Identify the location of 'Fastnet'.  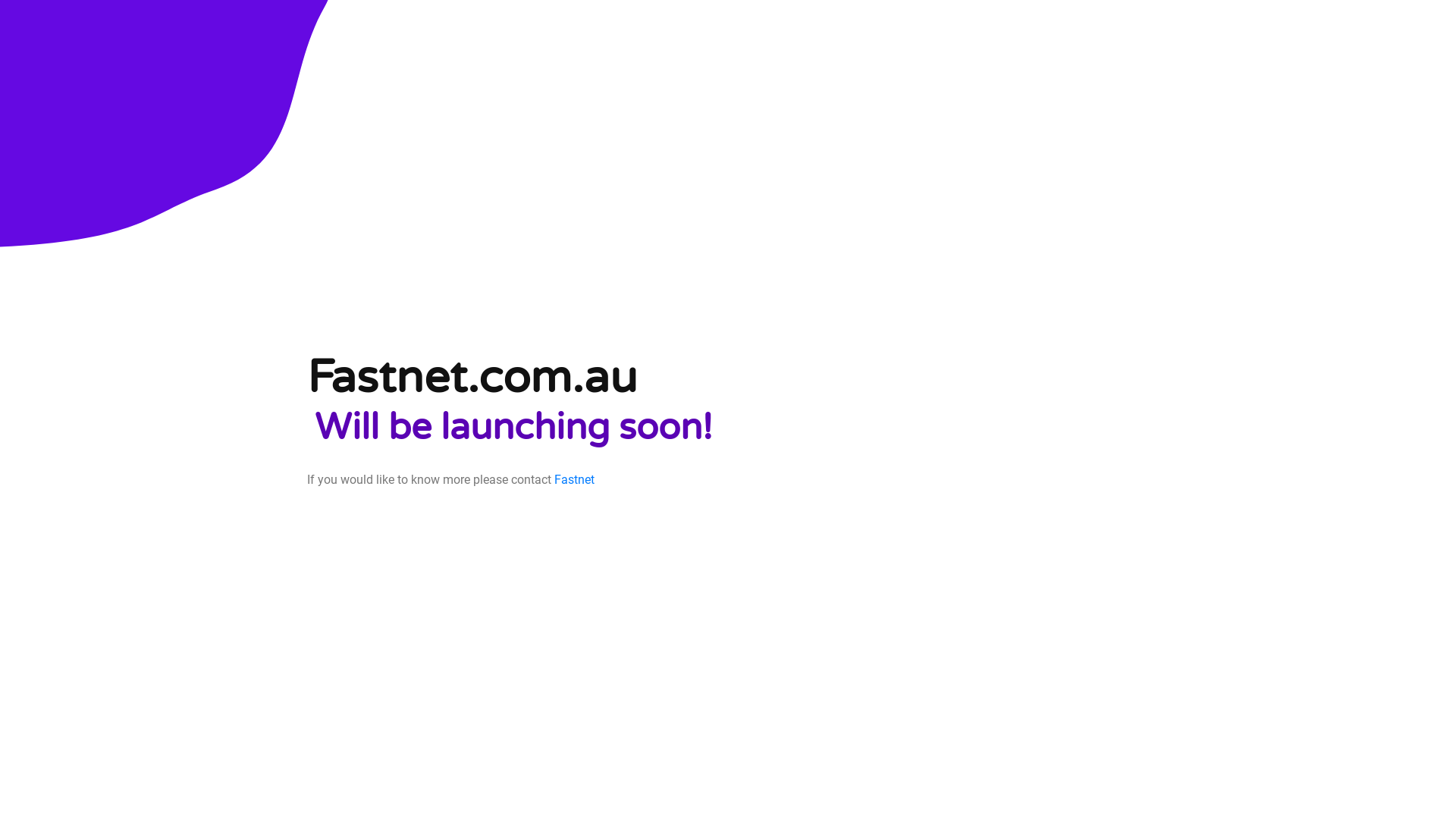
(573, 479).